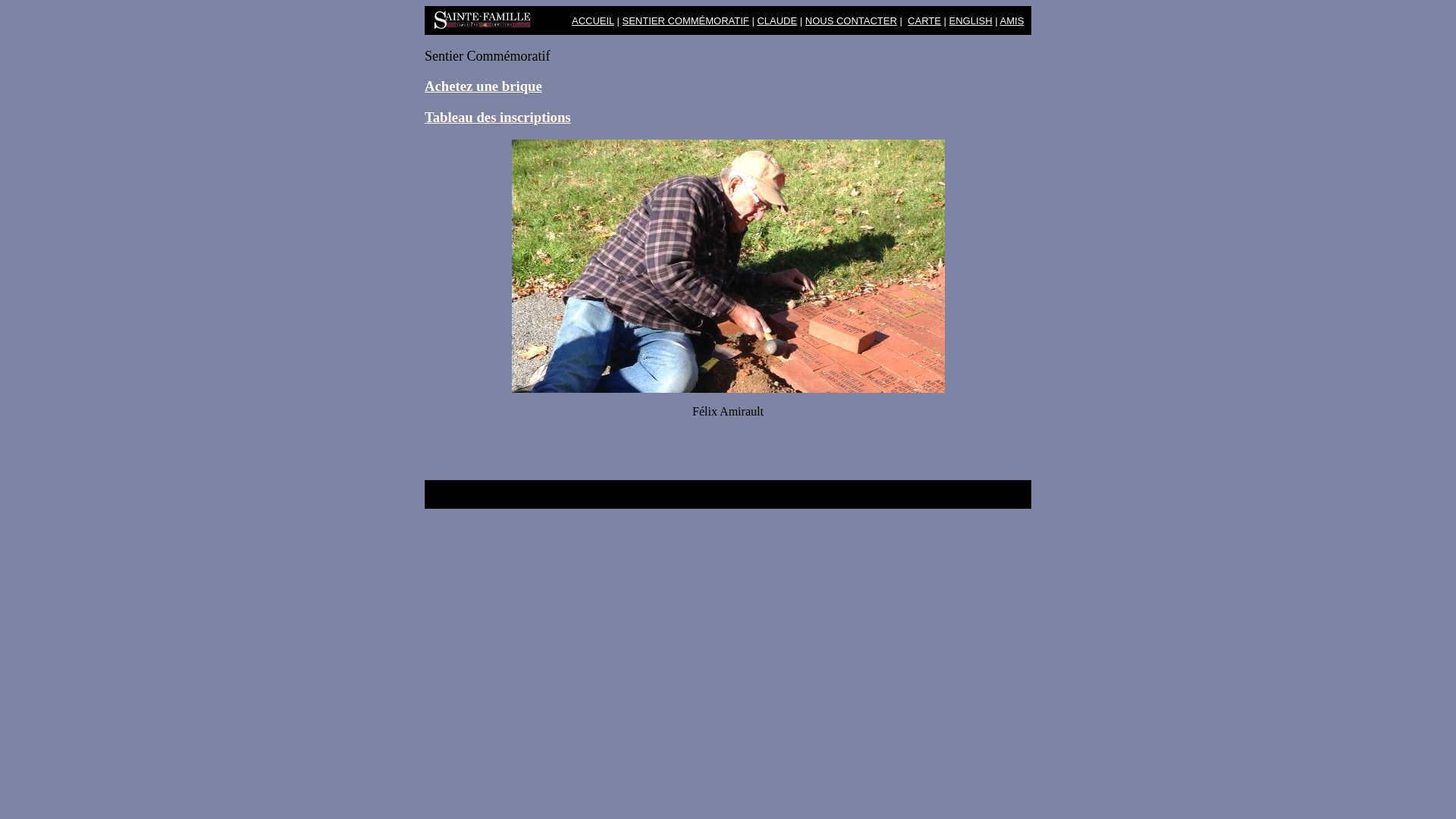 This screenshot has width=1456, height=819. Describe the element at coordinates (777, 20) in the screenshot. I see `'CLAUDE'` at that location.